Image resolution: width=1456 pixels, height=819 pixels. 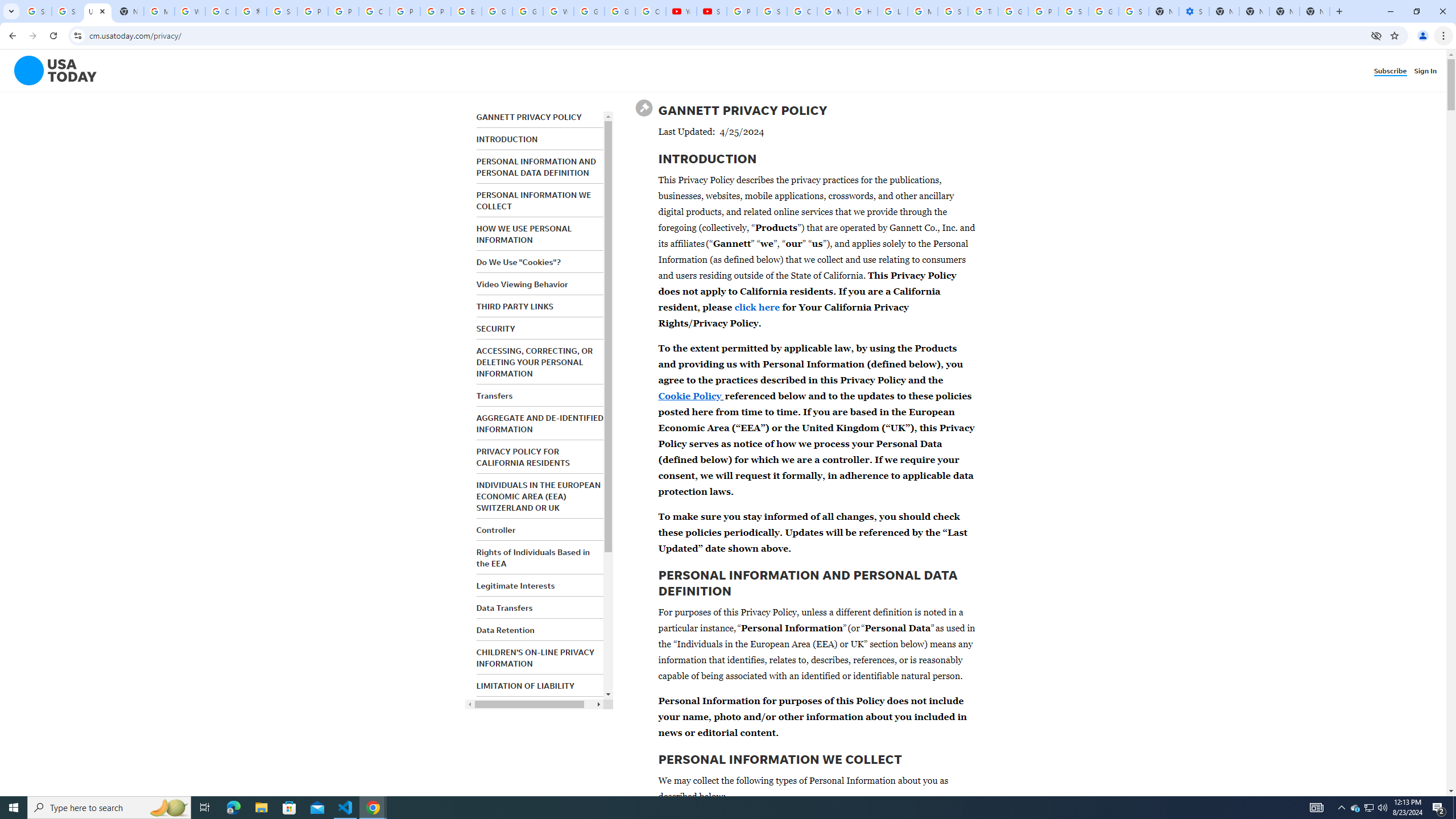 I want to click on 'Rights of Individuals Based in the EEA', so click(x=532, y=557).